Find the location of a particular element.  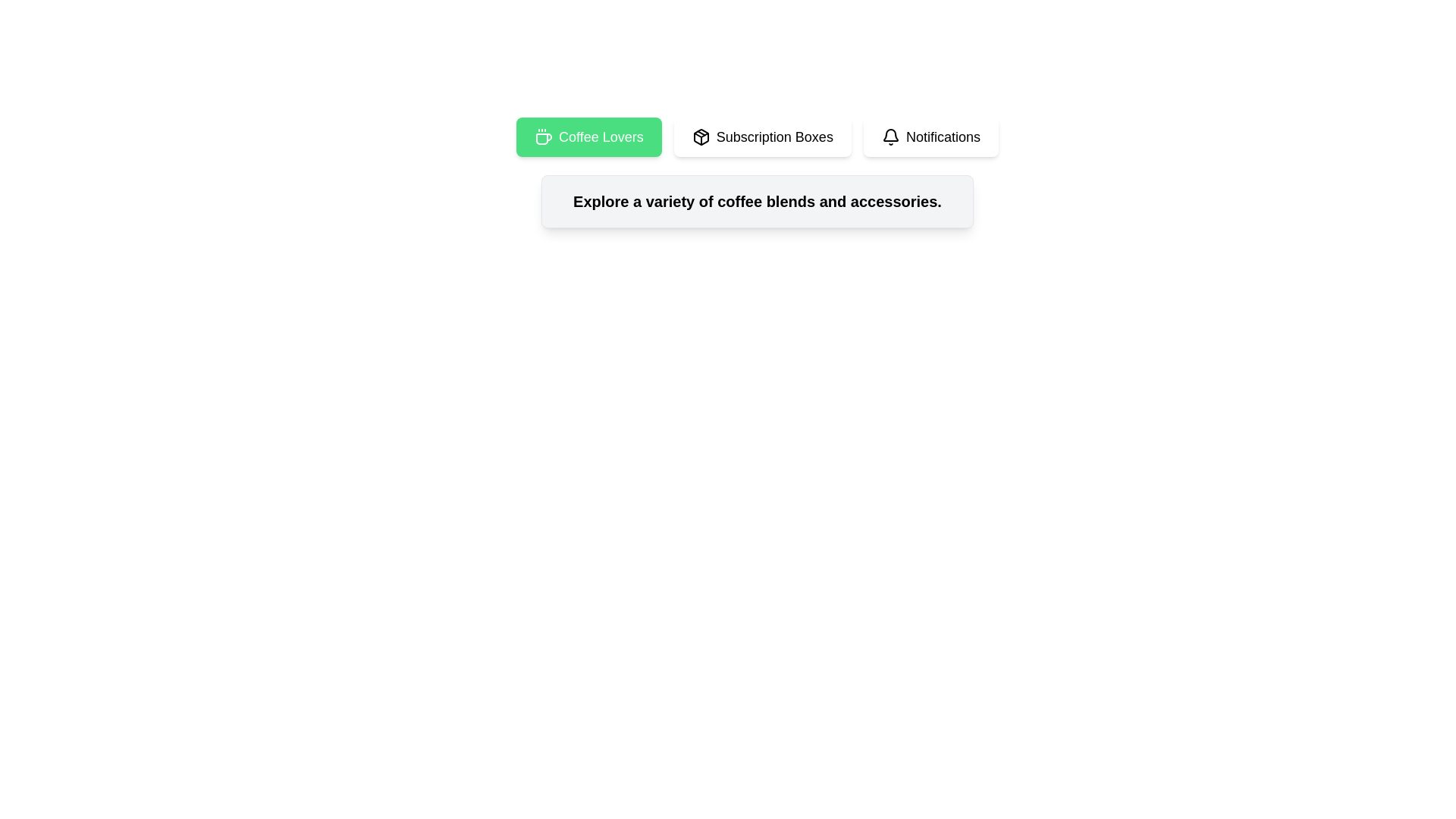

the 'Notifications' button, which is a horizontally aligned button with a bell icon and black text on a white background, located to the far right of the button group is located at coordinates (930, 137).